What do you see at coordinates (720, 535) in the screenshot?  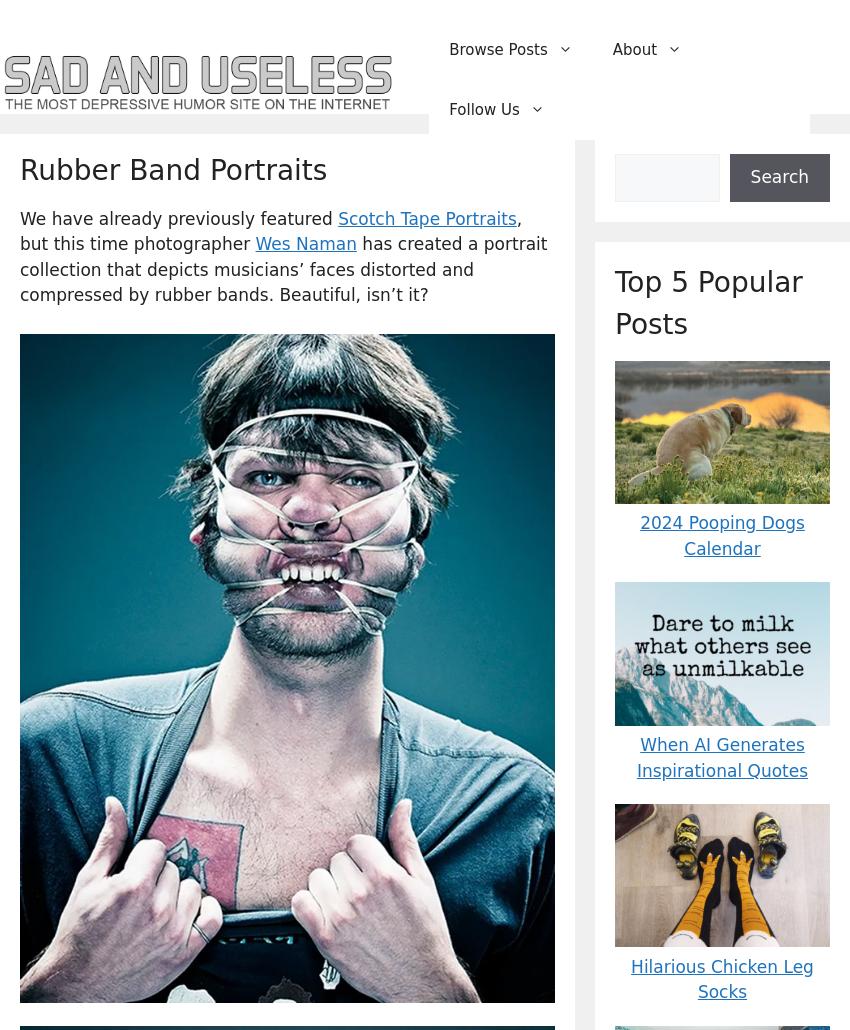 I see `'2024 Pooping Dogs Calendar'` at bounding box center [720, 535].